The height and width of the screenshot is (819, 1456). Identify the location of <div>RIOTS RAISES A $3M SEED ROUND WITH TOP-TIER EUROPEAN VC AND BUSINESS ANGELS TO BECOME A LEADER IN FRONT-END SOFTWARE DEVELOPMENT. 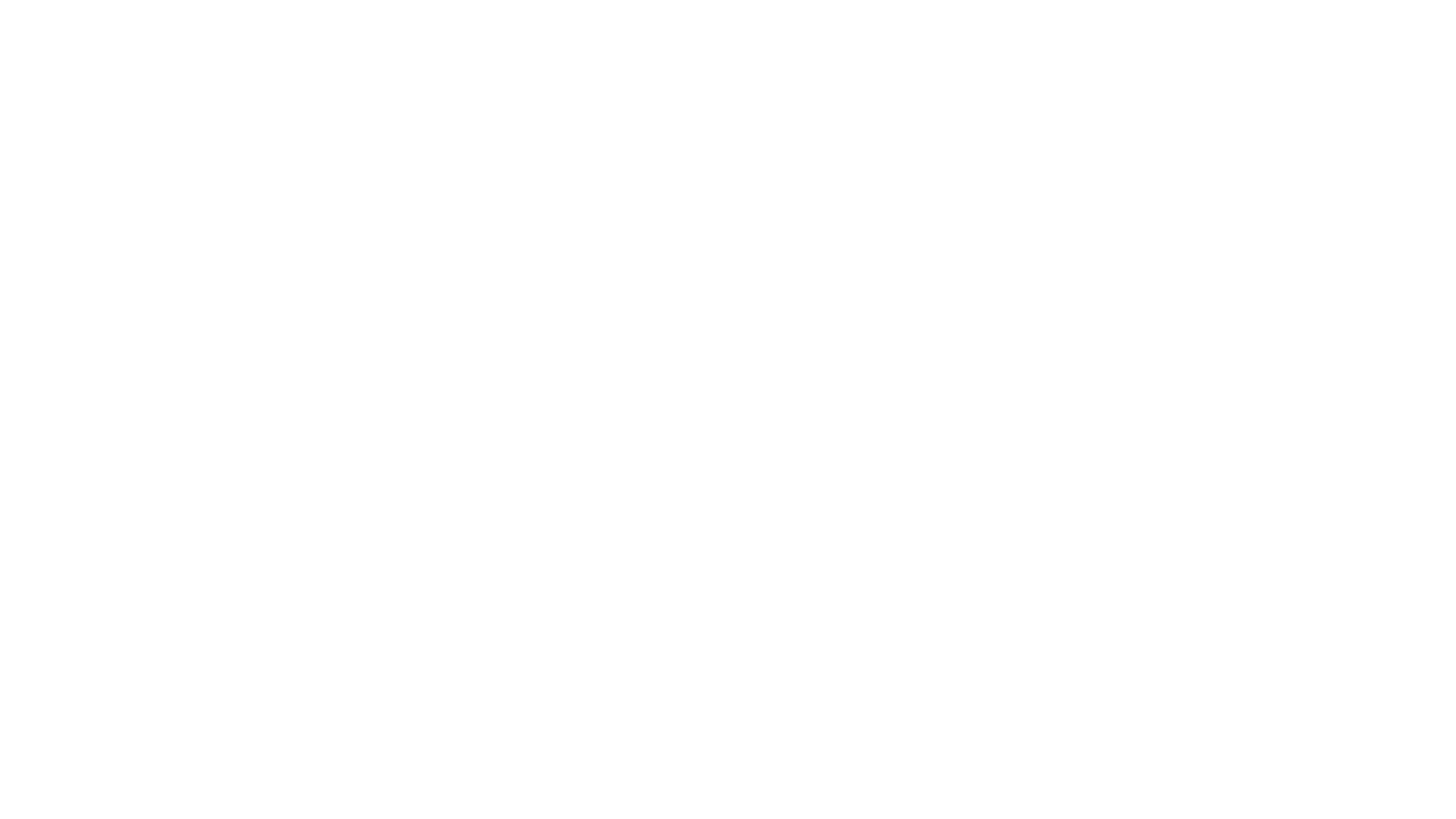
(728, 575).